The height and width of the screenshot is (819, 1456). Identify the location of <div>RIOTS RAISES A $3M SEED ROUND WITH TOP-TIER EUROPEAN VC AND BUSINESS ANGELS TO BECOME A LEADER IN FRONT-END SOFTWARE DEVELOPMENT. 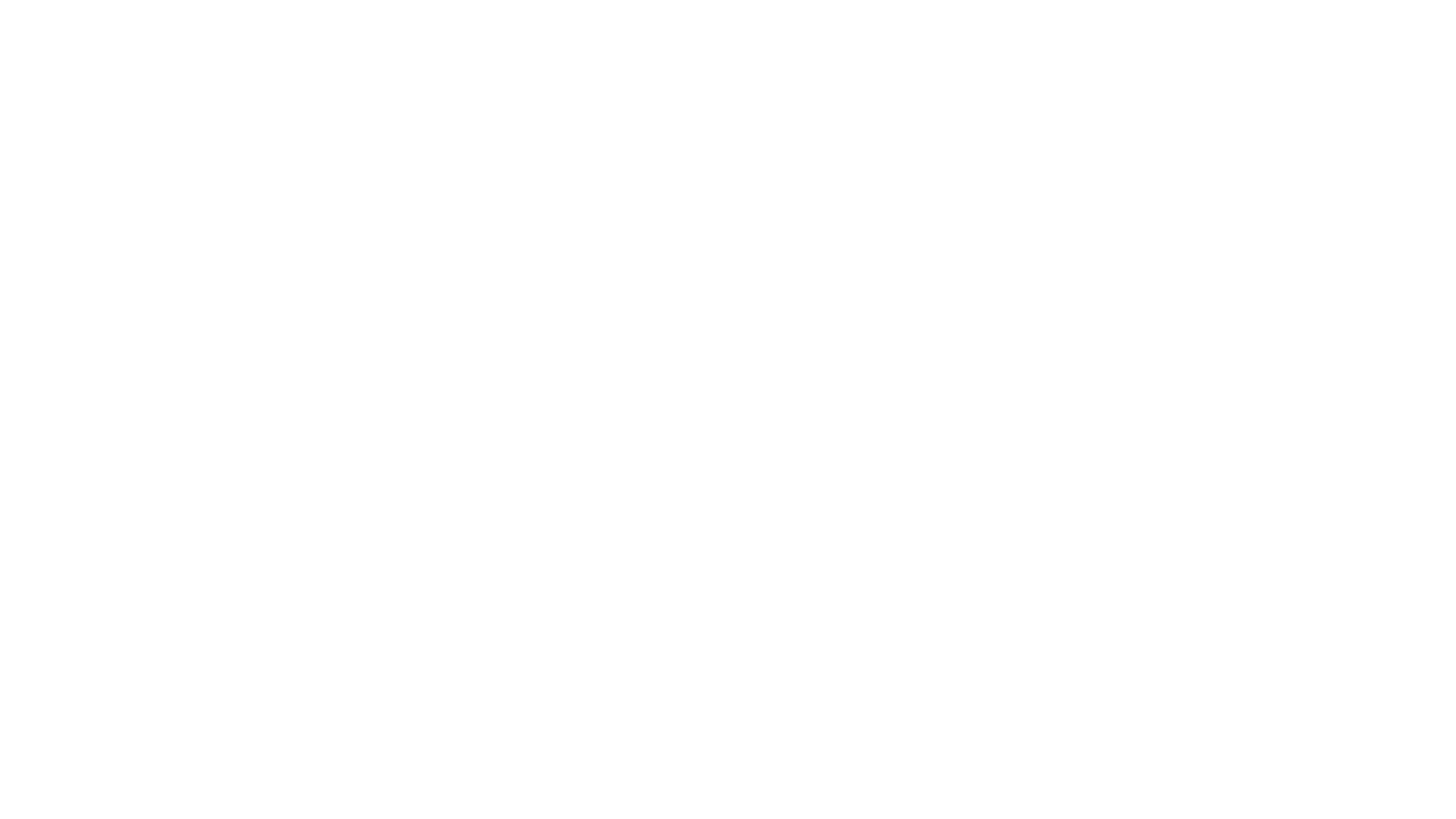
(728, 575).